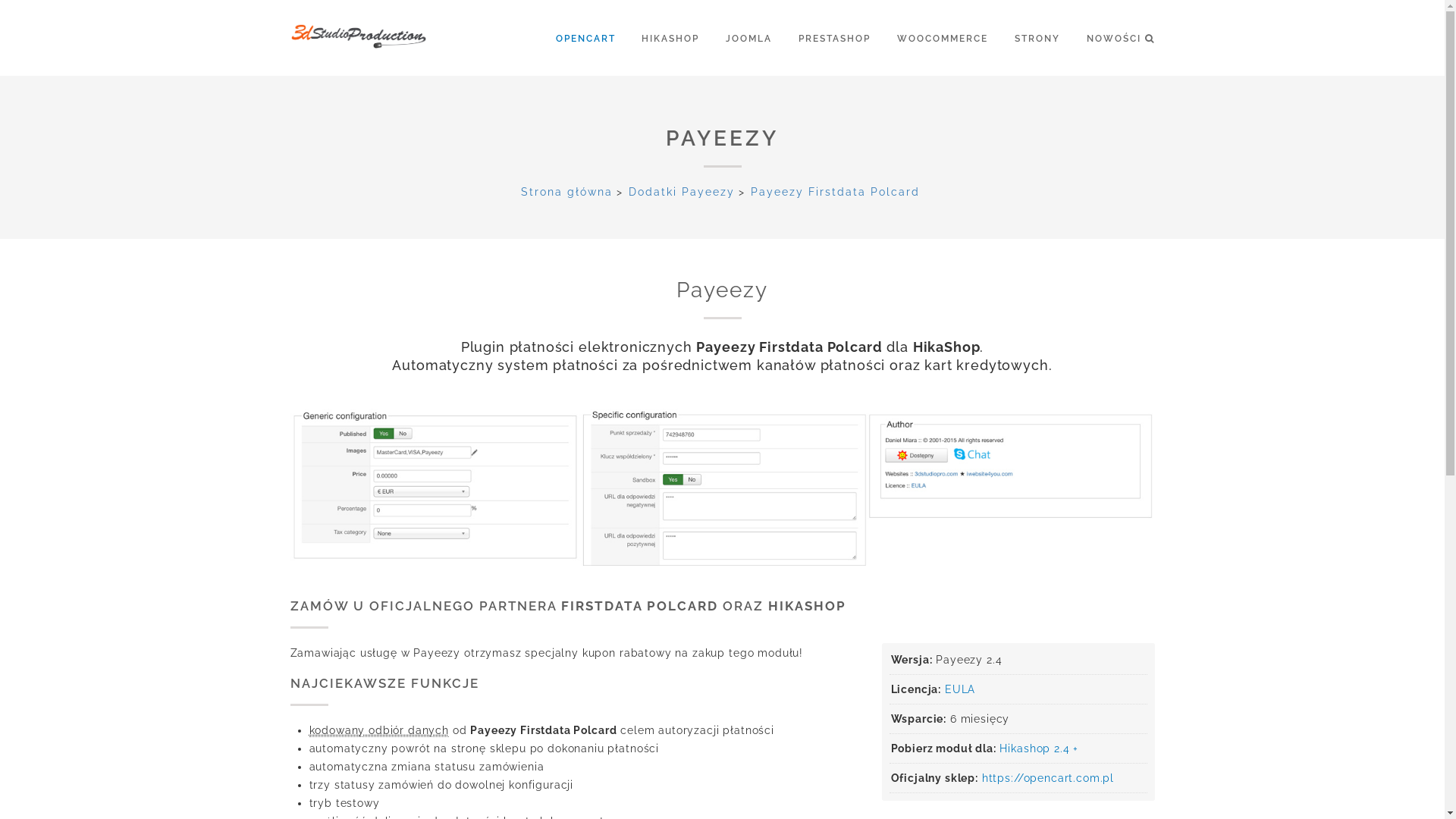 The height and width of the screenshot is (819, 1456). I want to click on 'OPENCART', so click(555, 37).